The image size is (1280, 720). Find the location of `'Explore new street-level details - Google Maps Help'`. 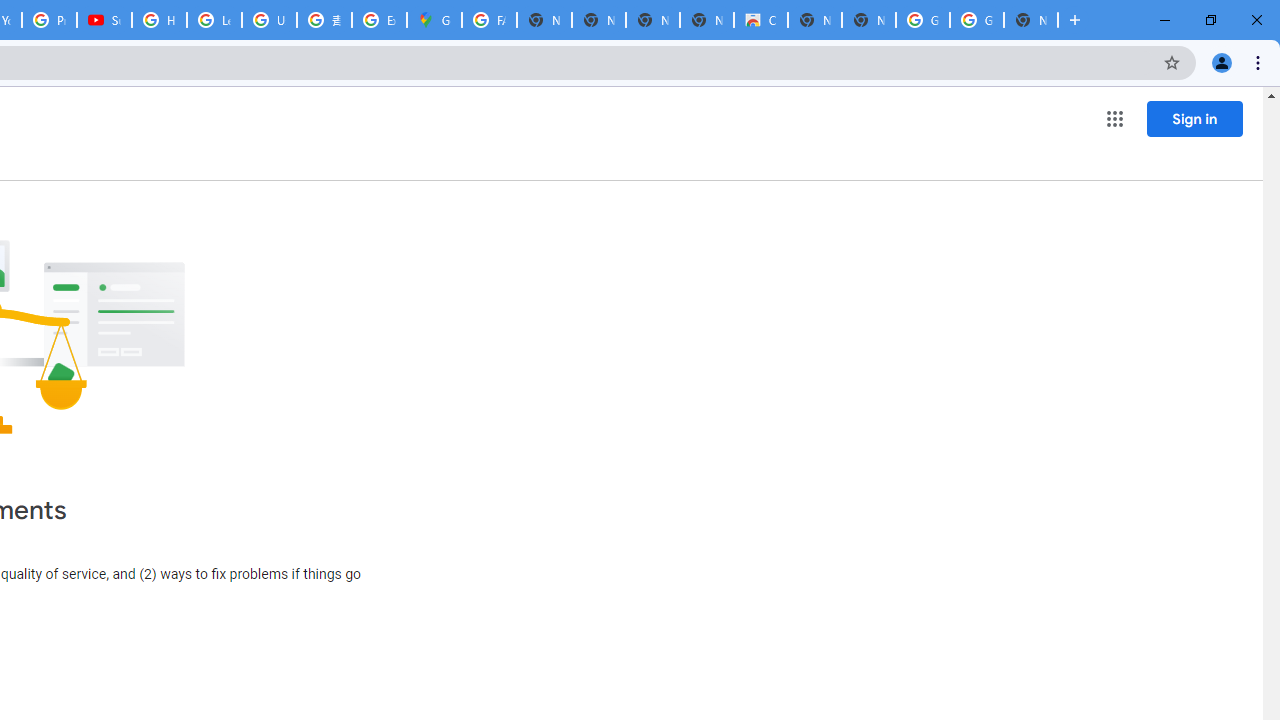

'Explore new street-level details - Google Maps Help' is located at coordinates (379, 20).